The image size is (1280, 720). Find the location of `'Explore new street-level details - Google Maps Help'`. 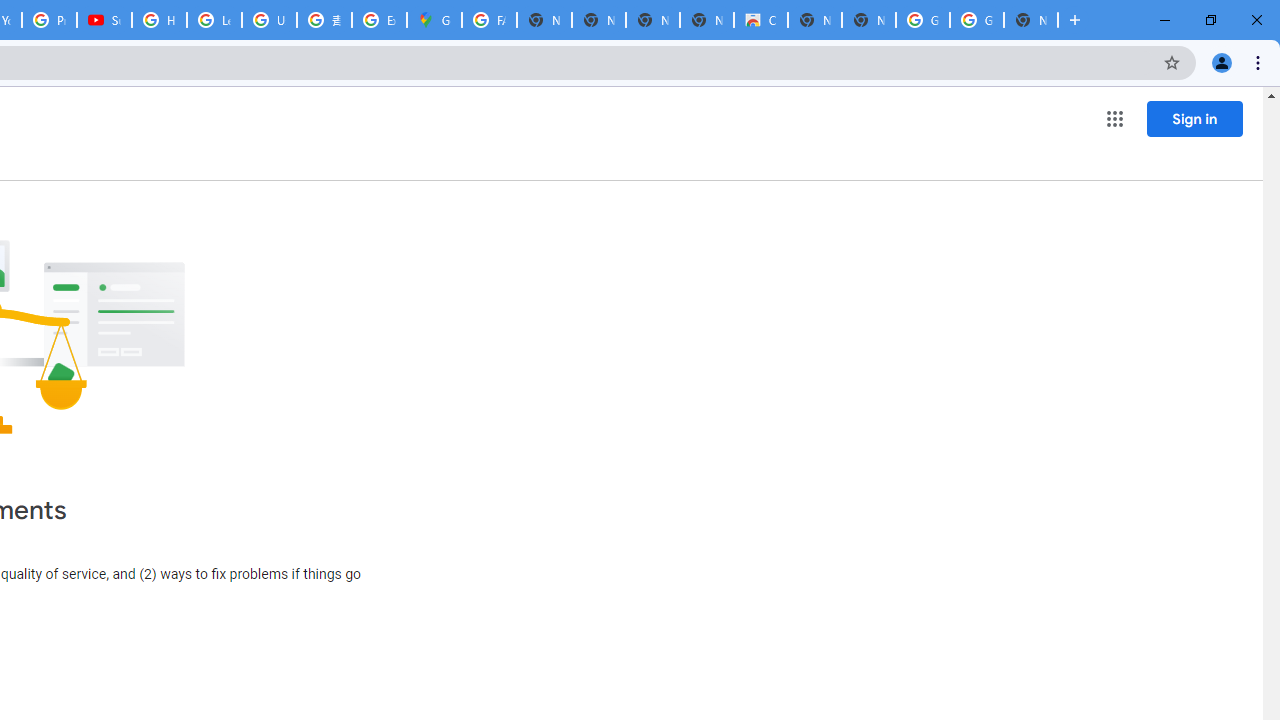

'Explore new street-level details - Google Maps Help' is located at coordinates (379, 20).